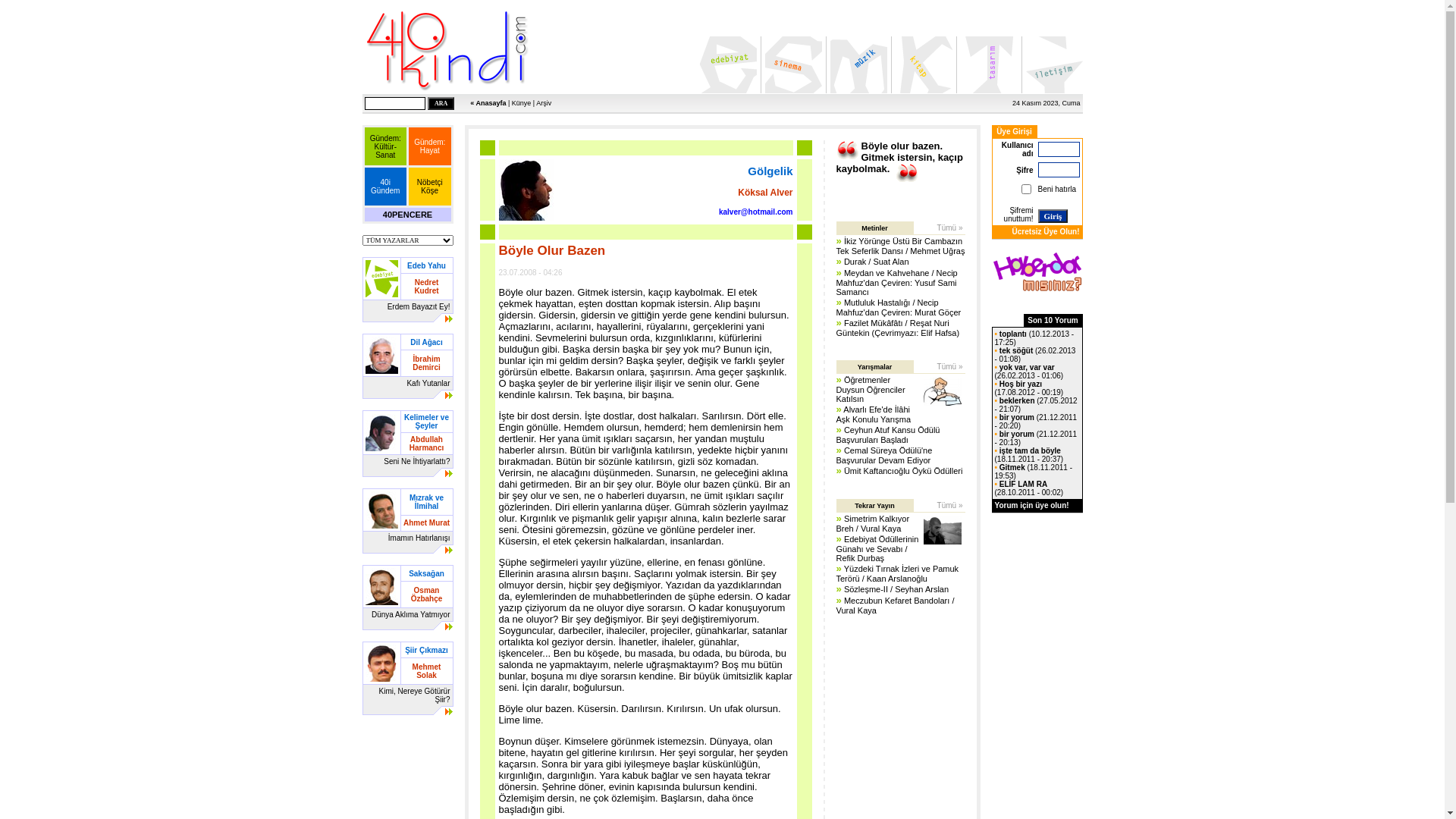 The width and height of the screenshot is (1456, 819). I want to click on 'Sinema', so click(792, 64).